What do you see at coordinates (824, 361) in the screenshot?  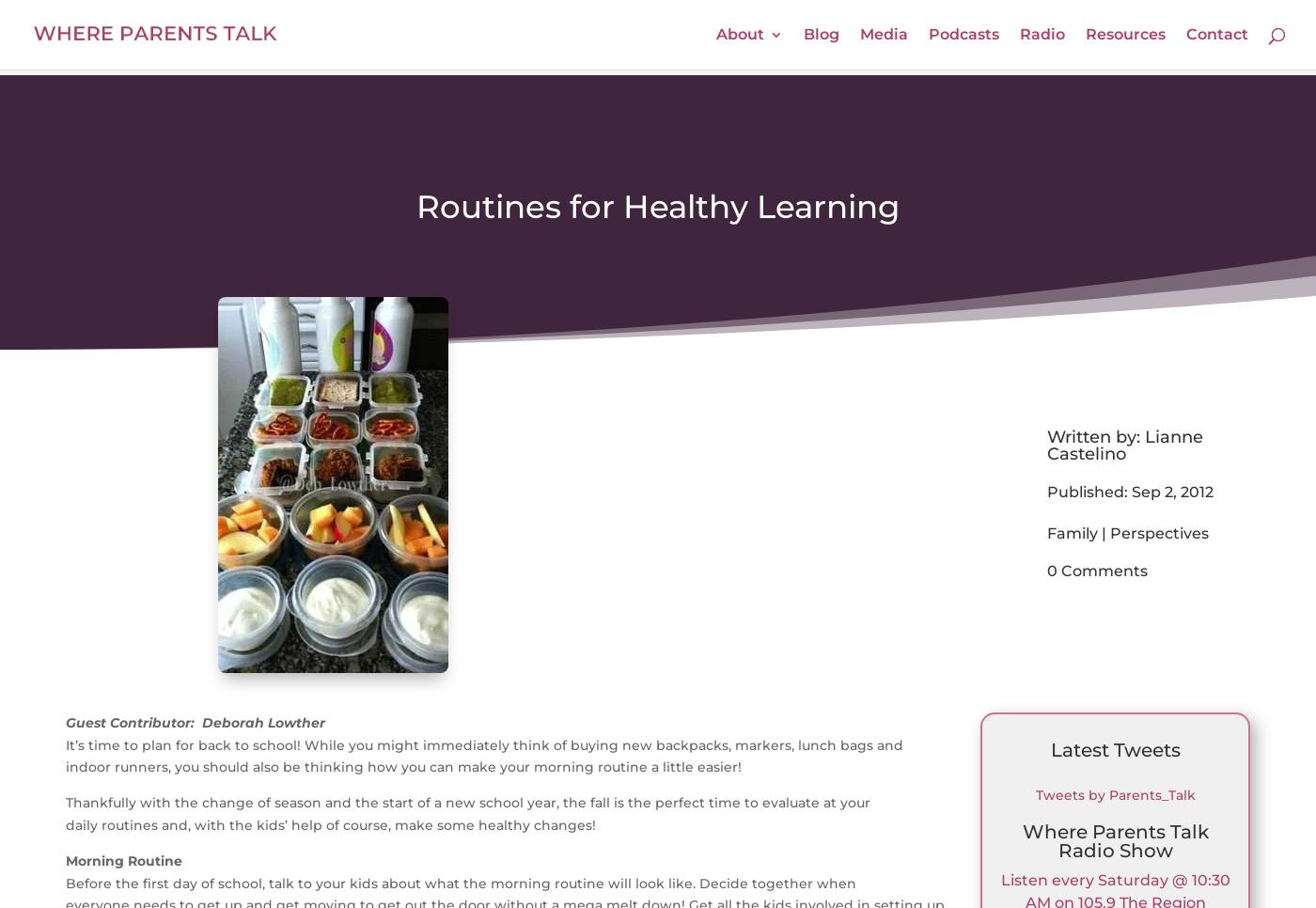 I see `'Request our Rates'` at bounding box center [824, 361].